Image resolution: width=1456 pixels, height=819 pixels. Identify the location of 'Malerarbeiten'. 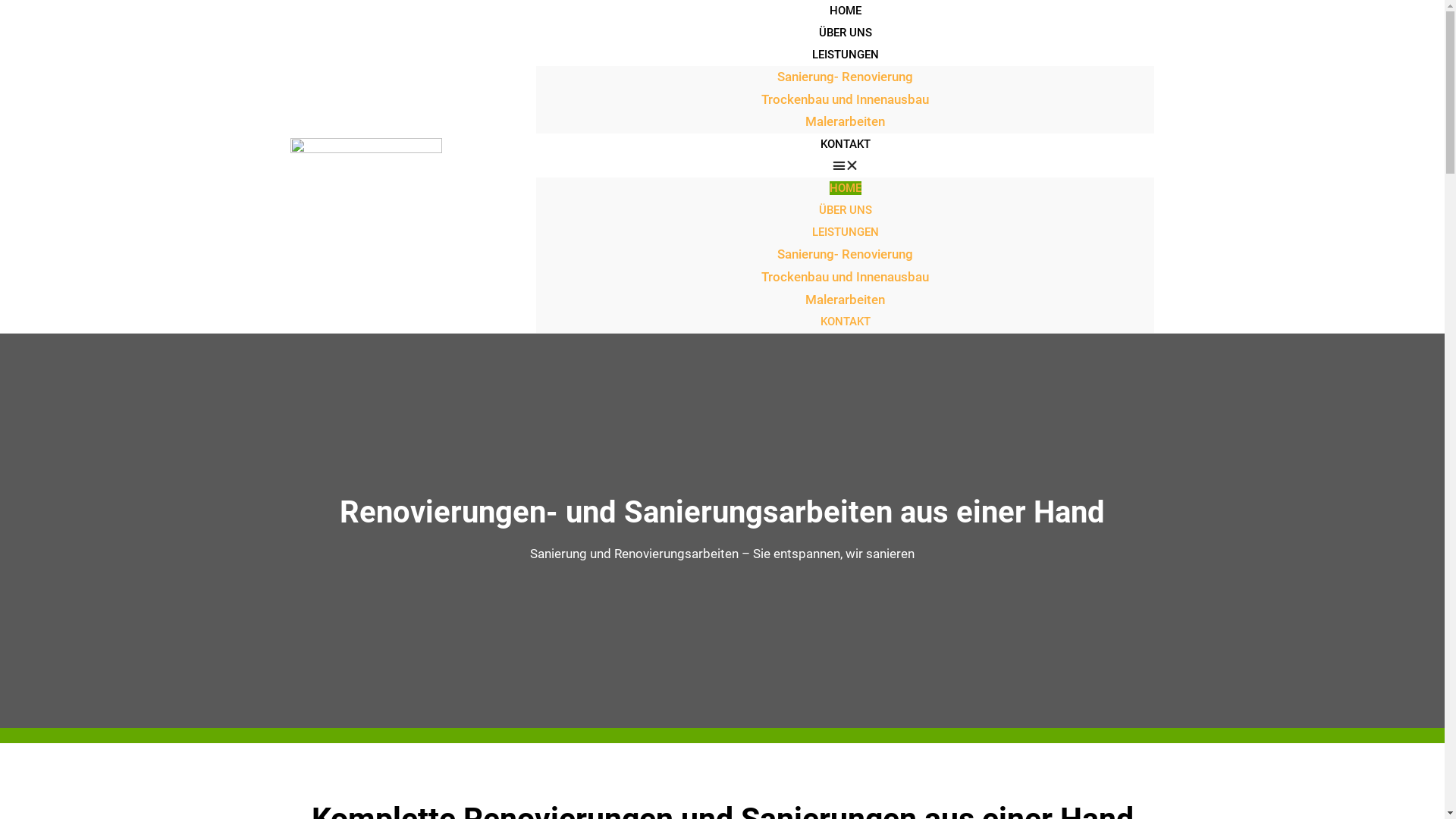
(804, 120).